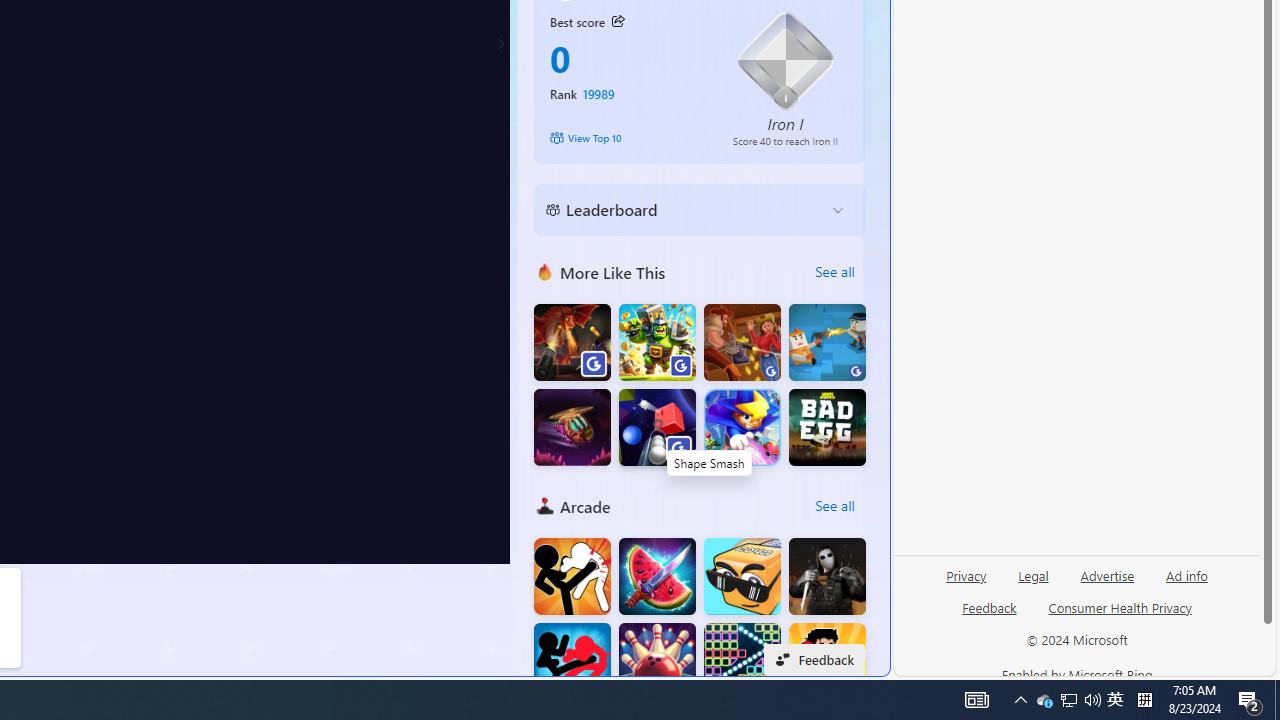 Image resolution: width=1280 pixels, height=720 pixels. What do you see at coordinates (741, 661) in the screenshot?
I see `'Bricks Breaker Deluxe Crusher'` at bounding box center [741, 661].